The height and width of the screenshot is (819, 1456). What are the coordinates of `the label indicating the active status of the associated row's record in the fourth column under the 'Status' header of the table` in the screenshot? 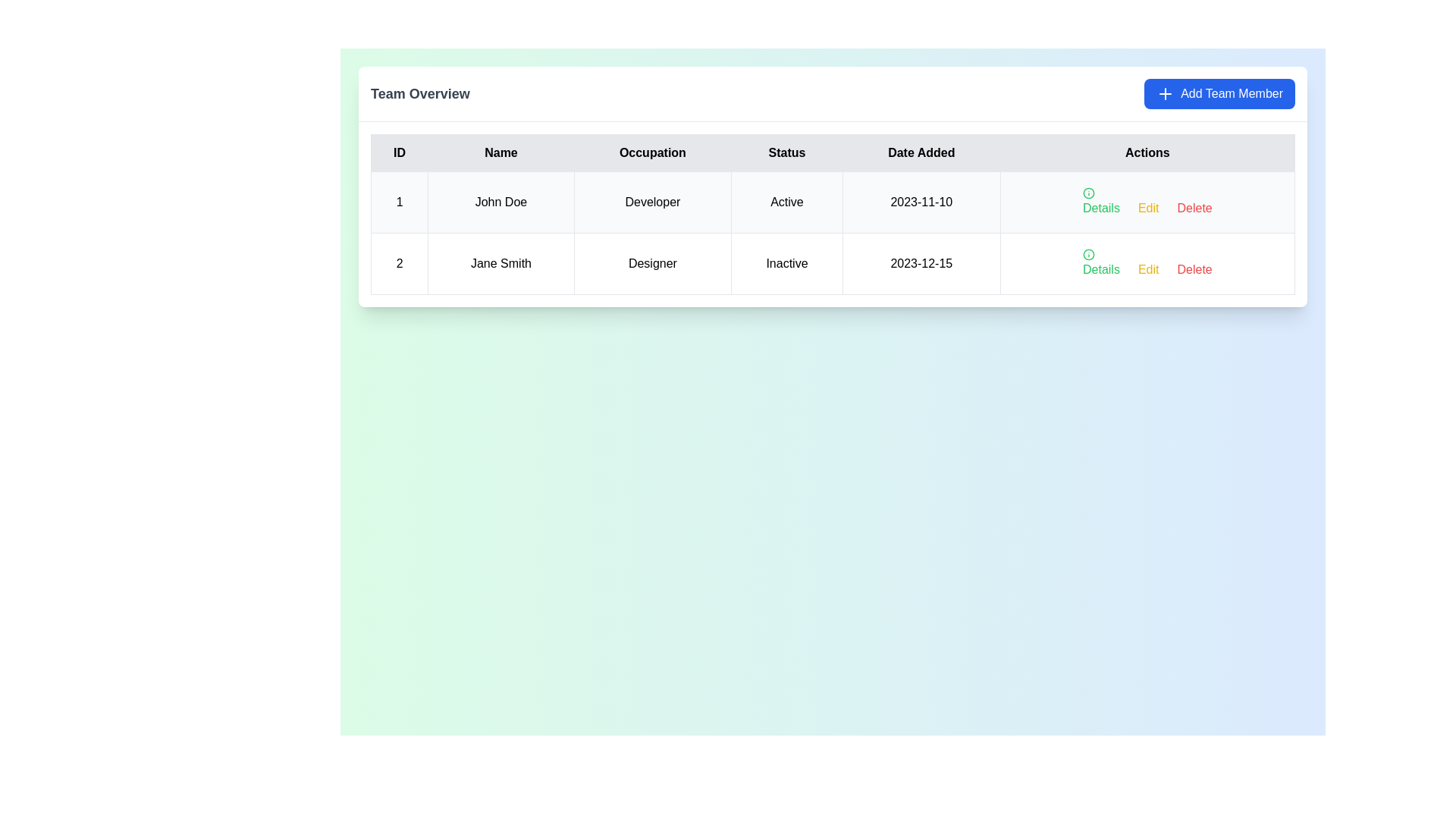 It's located at (786, 201).